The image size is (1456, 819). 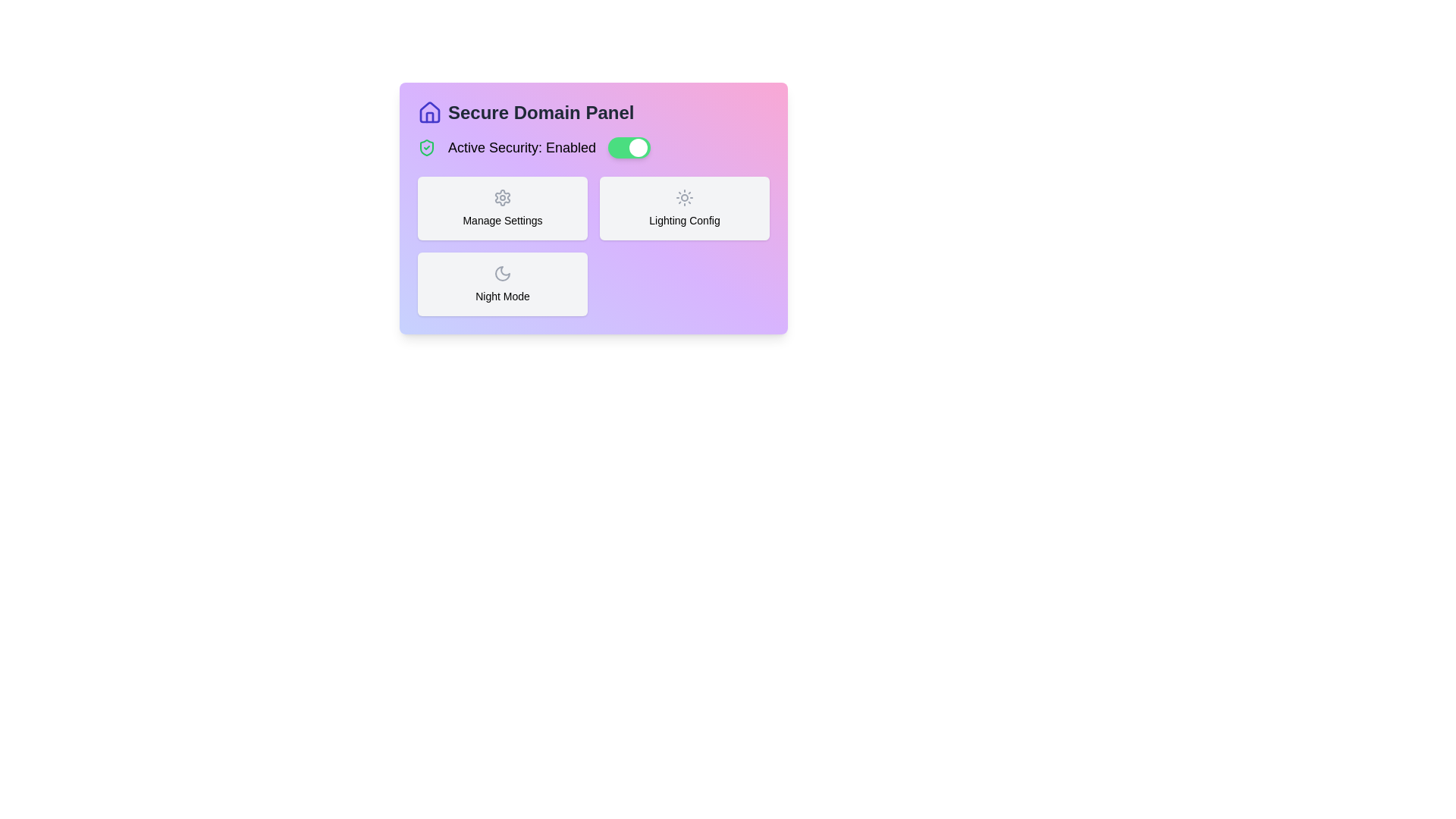 I want to click on text label that describes the lighting configuration feature, located below the sun icon and part of the rightmost button in the second row of the interactive interface, so click(x=683, y=220).